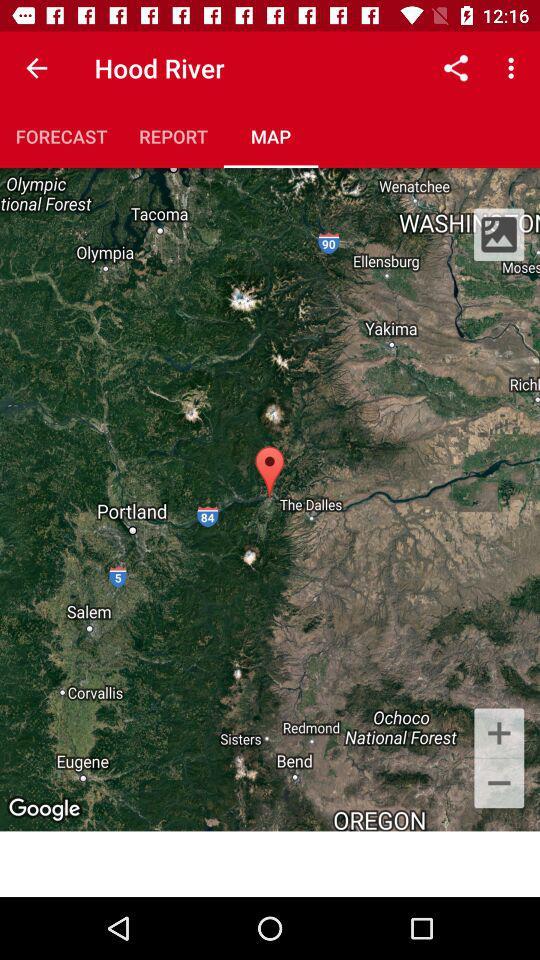 The height and width of the screenshot is (960, 540). I want to click on the item below forecast, so click(270, 498).